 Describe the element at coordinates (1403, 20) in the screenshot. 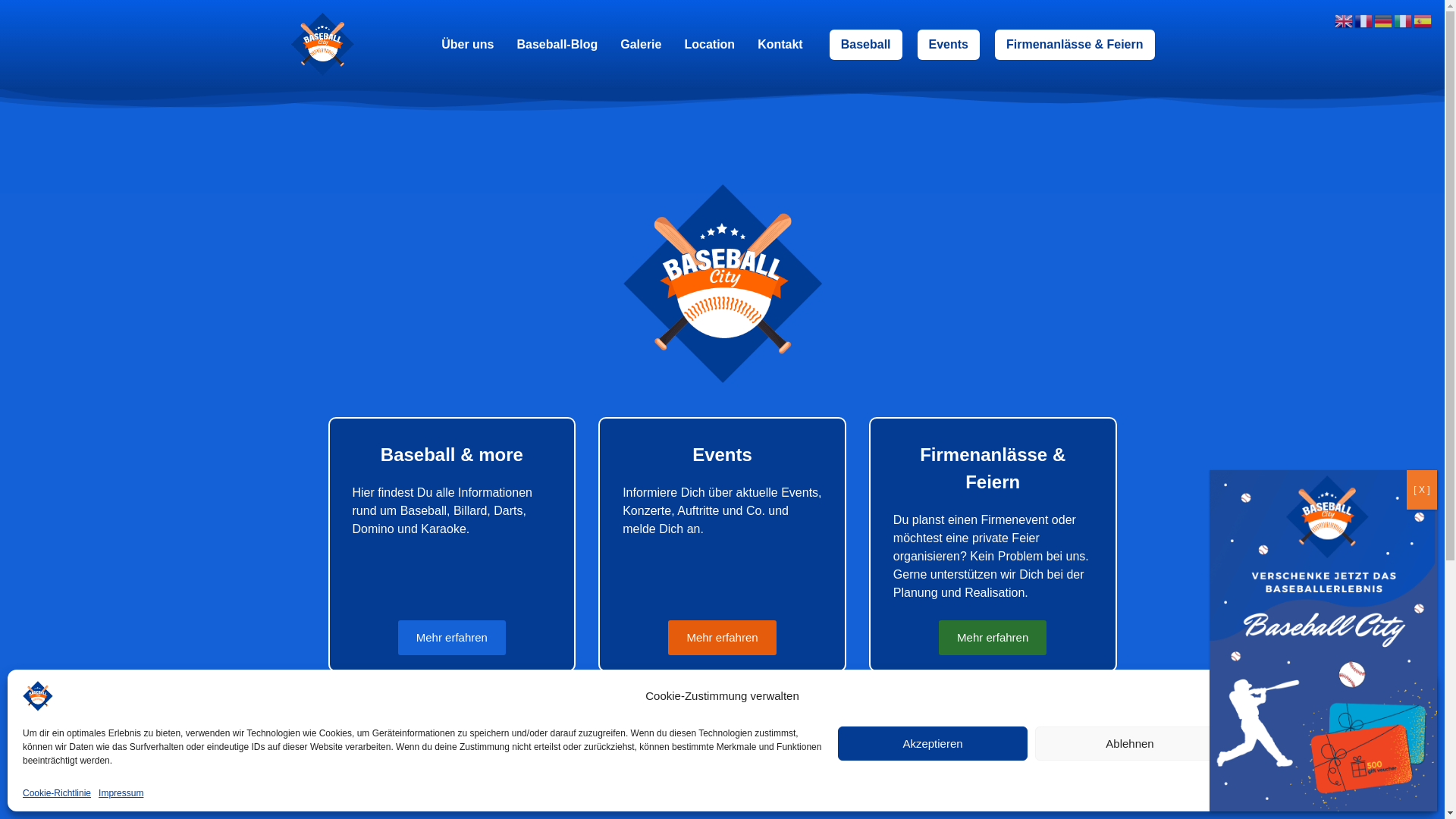

I see `'Italian'` at that location.